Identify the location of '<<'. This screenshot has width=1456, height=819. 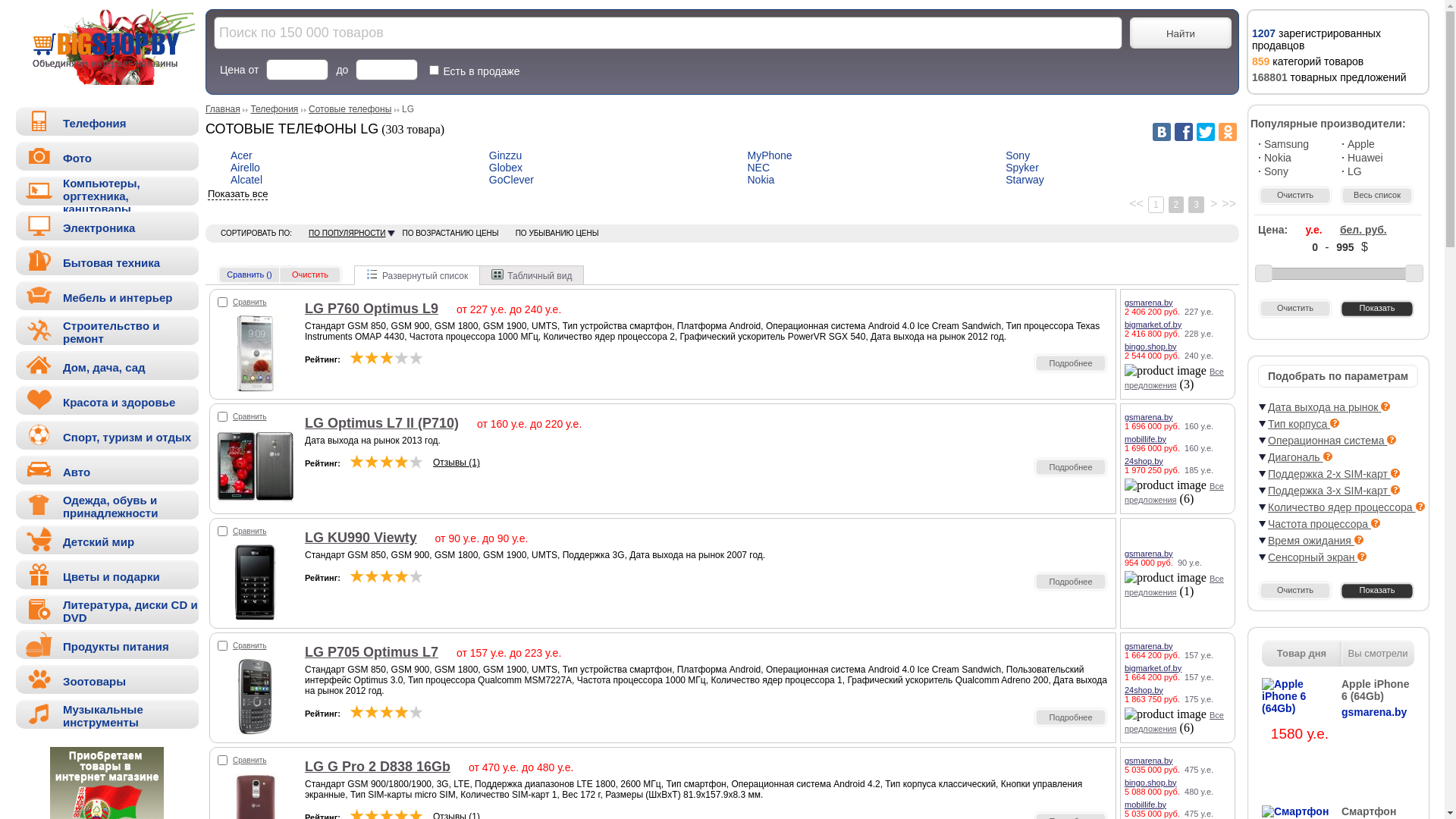
(1128, 202).